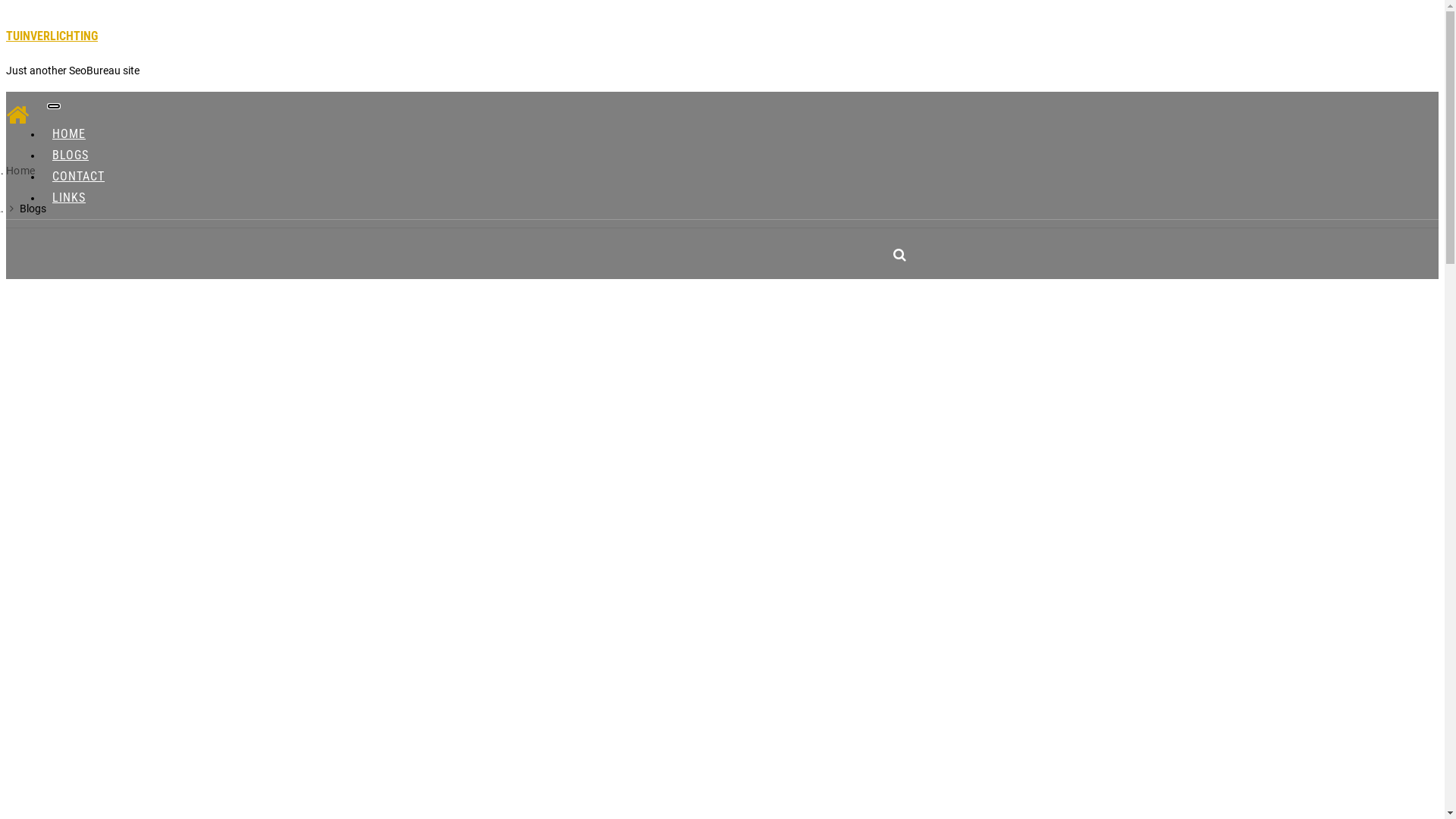 The height and width of the screenshot is (819, 1456). Describe the element at coordinates (69, 155) in the screenshot. I see `'BLOGS'` at that location.